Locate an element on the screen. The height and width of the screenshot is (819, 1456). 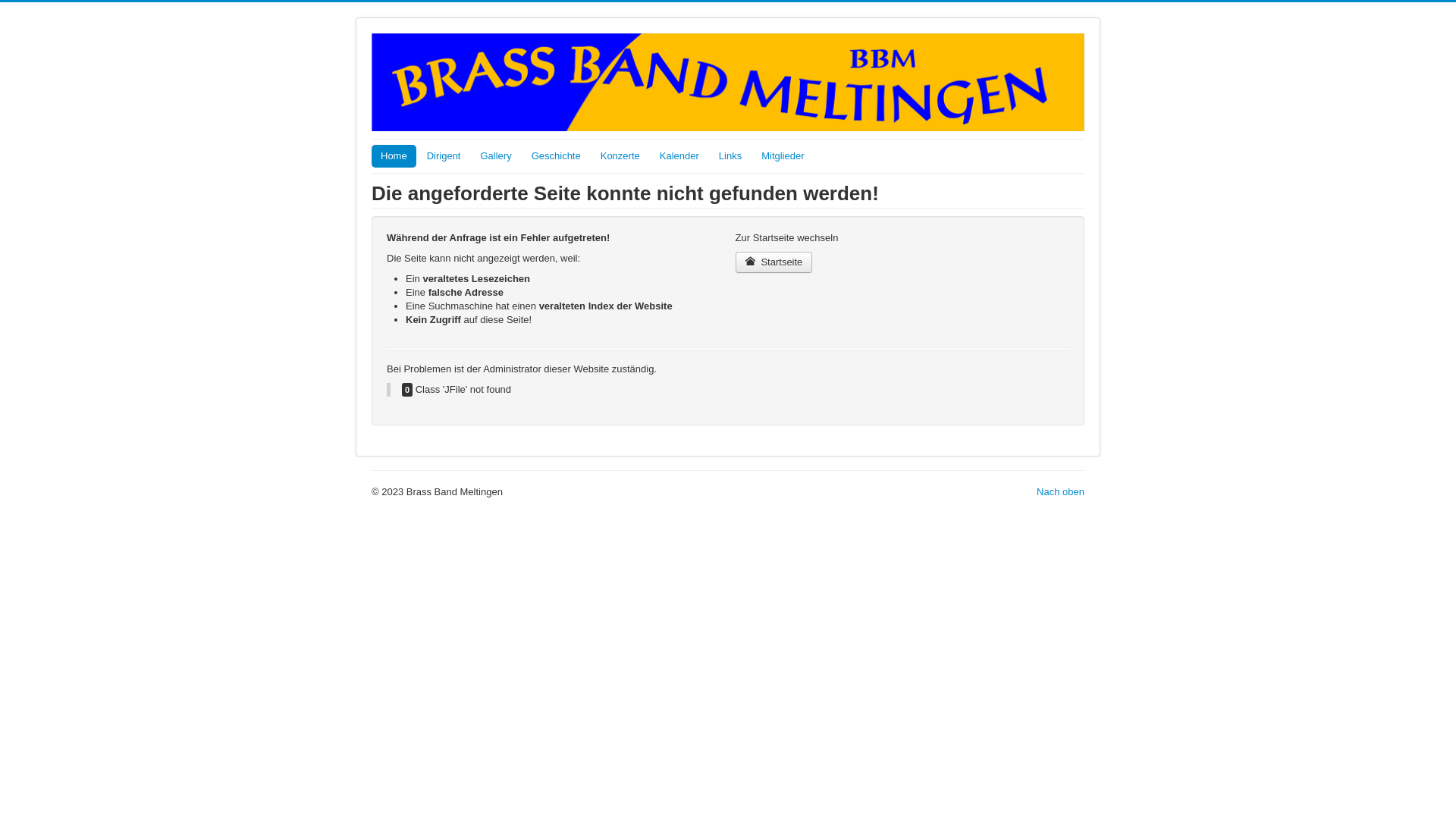
'Mitglieder' is located at coordinates (783, 155).